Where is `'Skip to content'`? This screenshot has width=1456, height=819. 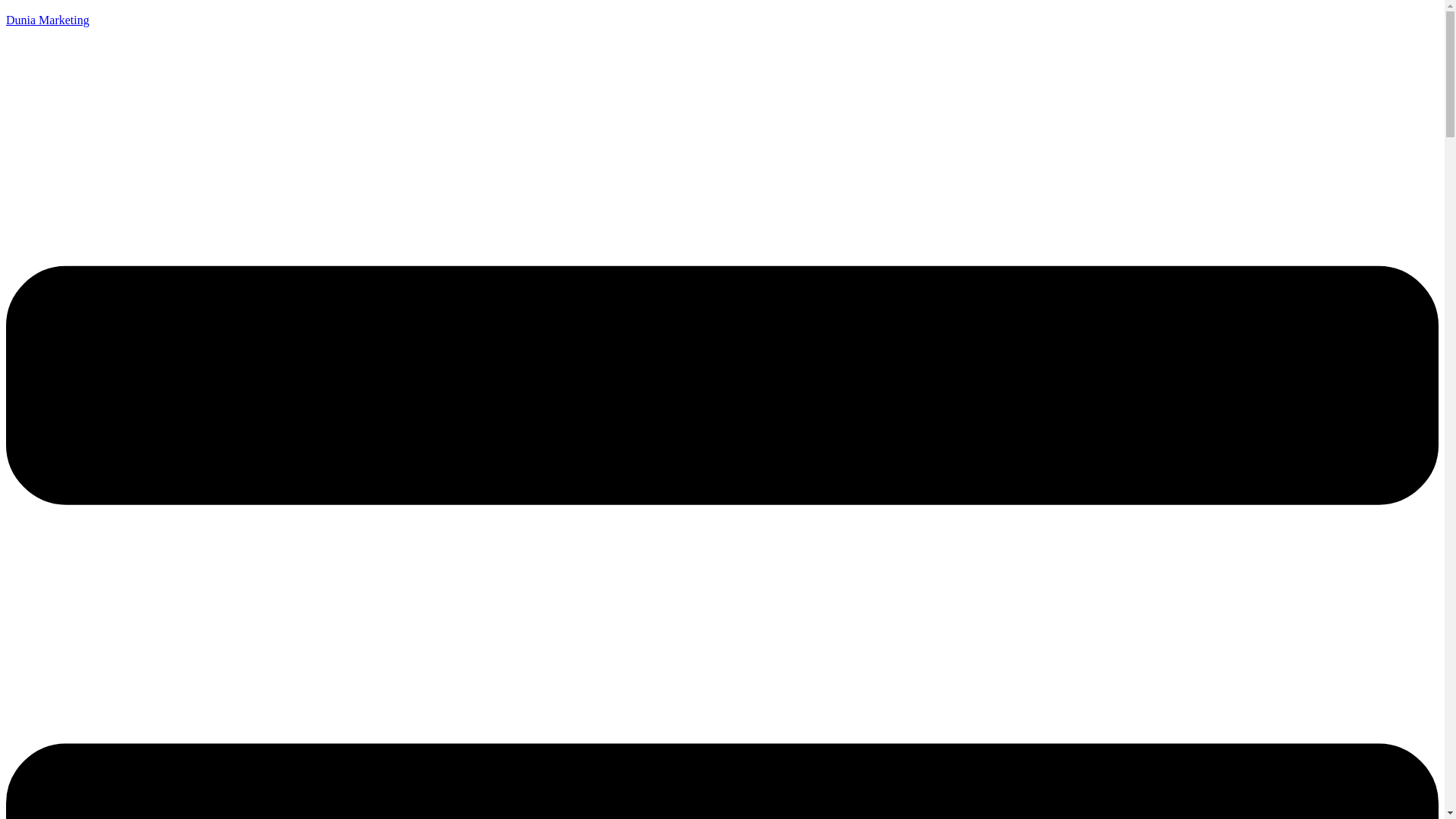 'Skip to content' is located at coordinates (5, 5).